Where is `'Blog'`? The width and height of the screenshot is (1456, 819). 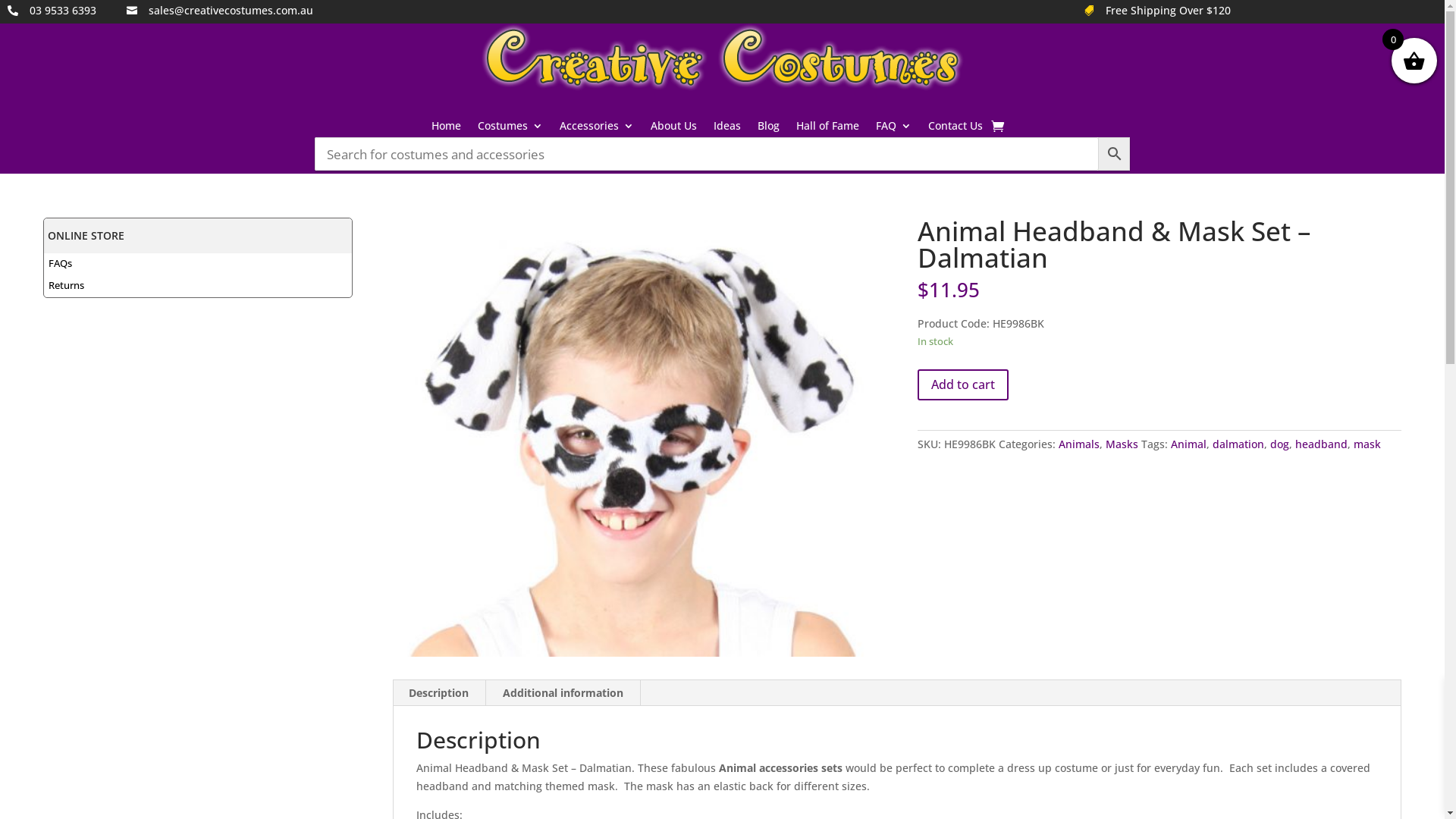 'Blog' is located at coordinates (768, 127).